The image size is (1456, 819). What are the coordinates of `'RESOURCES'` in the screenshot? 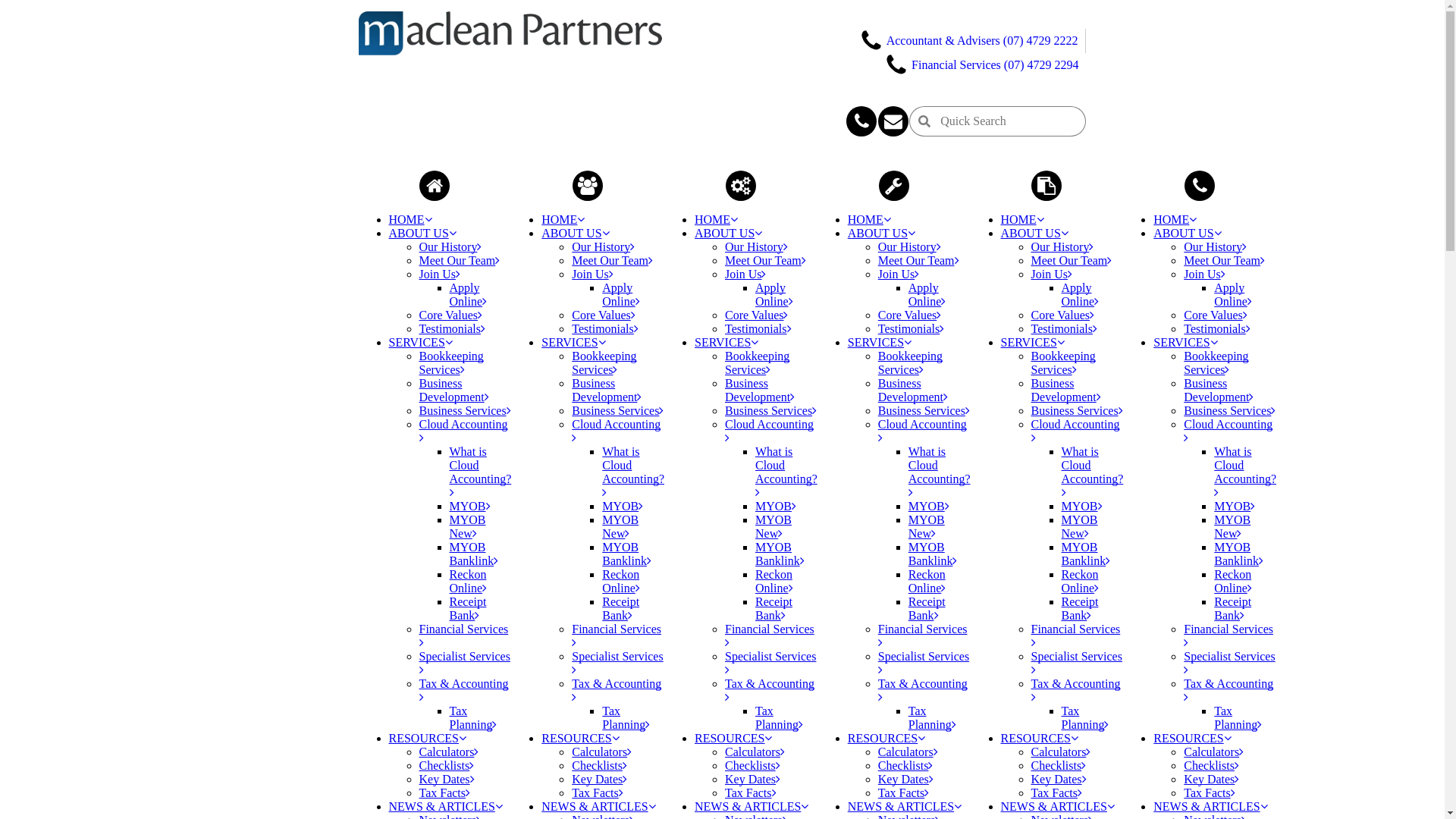 It's located at (1191, 737).